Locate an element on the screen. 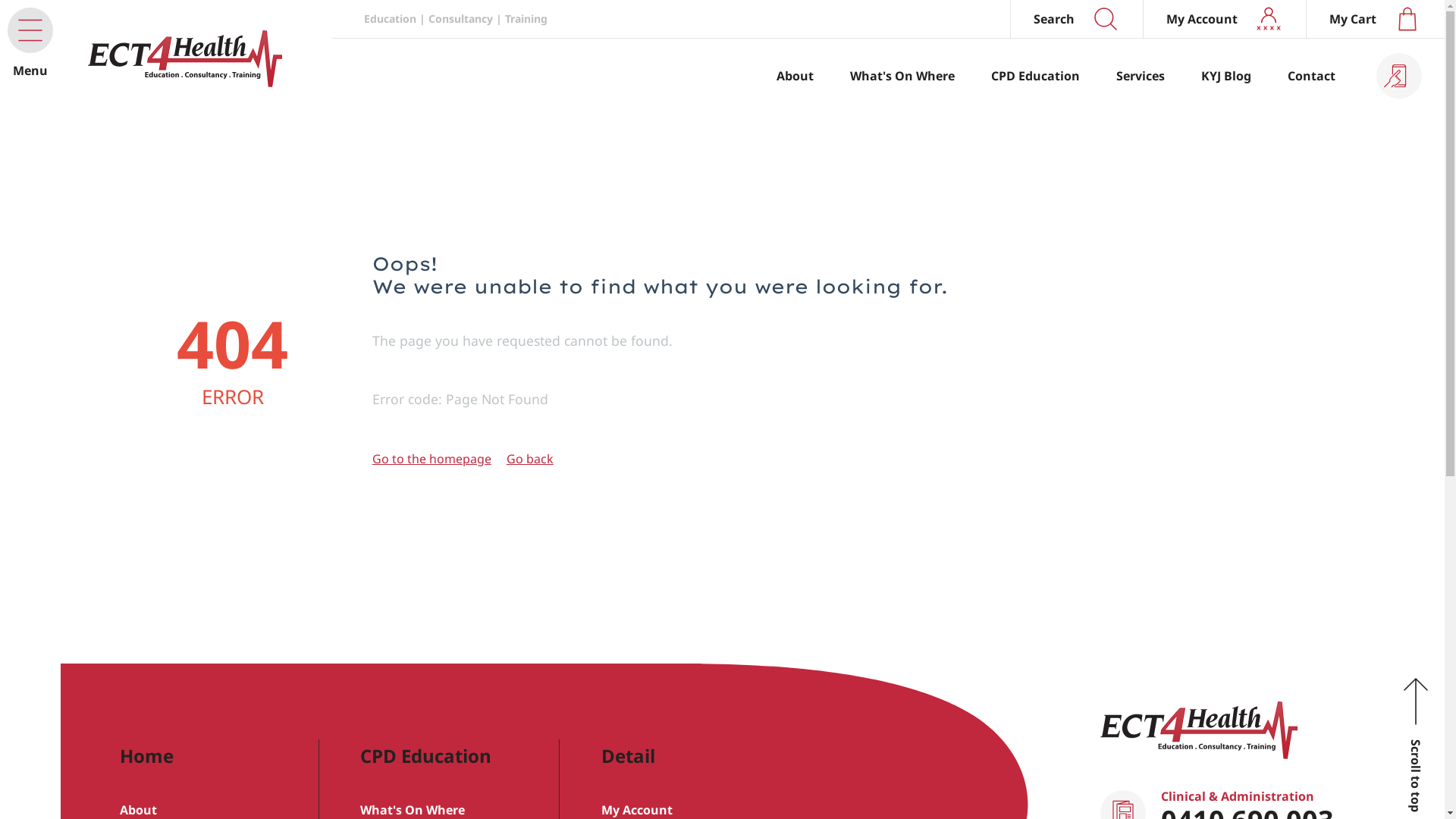 Image resolution: width=1456 pixels, height=819 pixels. 'About' is located at coordinates (794, 76).